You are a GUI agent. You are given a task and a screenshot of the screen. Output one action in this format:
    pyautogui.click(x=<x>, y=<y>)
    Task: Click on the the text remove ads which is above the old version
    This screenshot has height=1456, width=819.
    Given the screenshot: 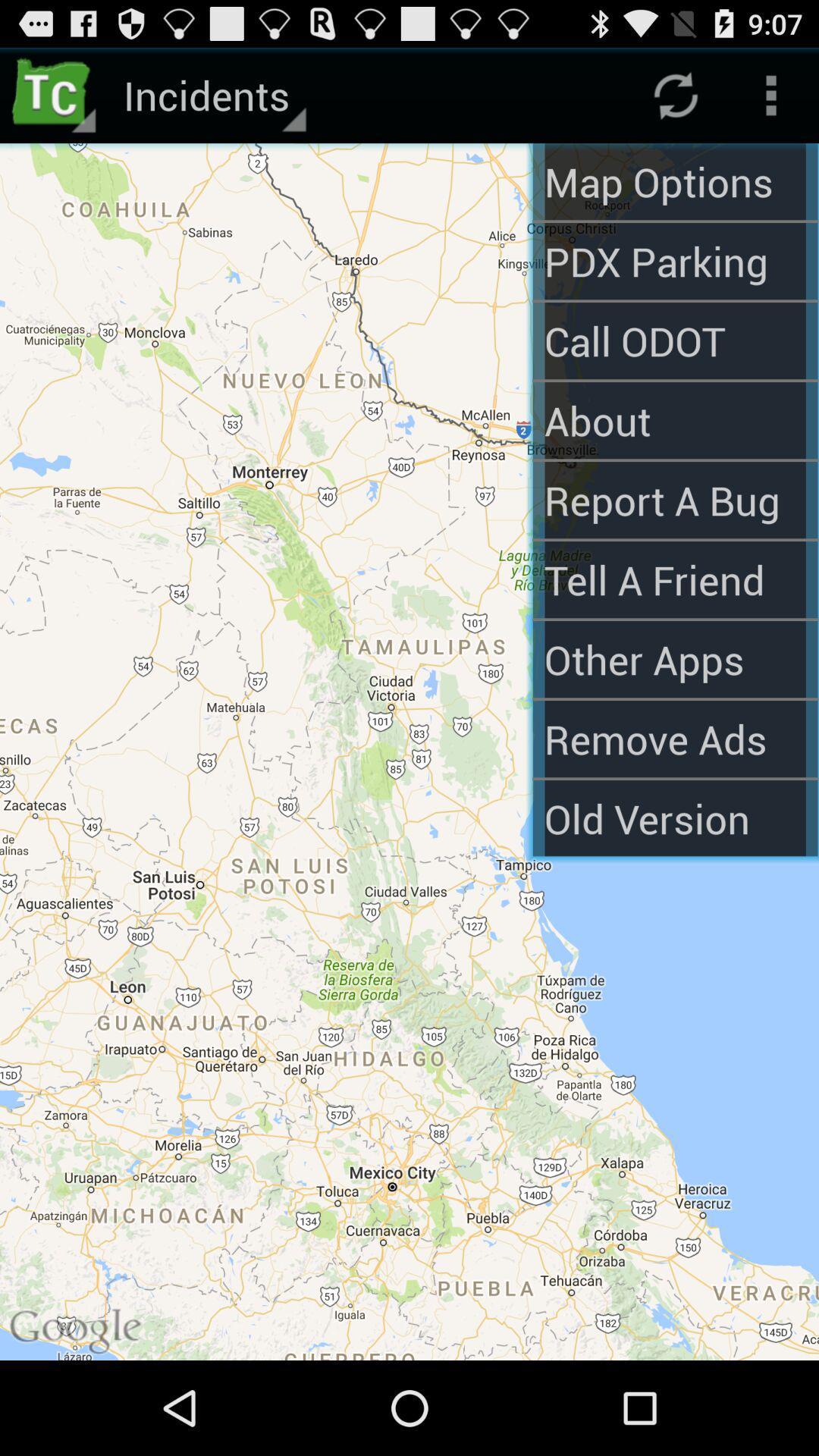 What is the action you would take?
    pyautogui.click(x=674, y=739)
    